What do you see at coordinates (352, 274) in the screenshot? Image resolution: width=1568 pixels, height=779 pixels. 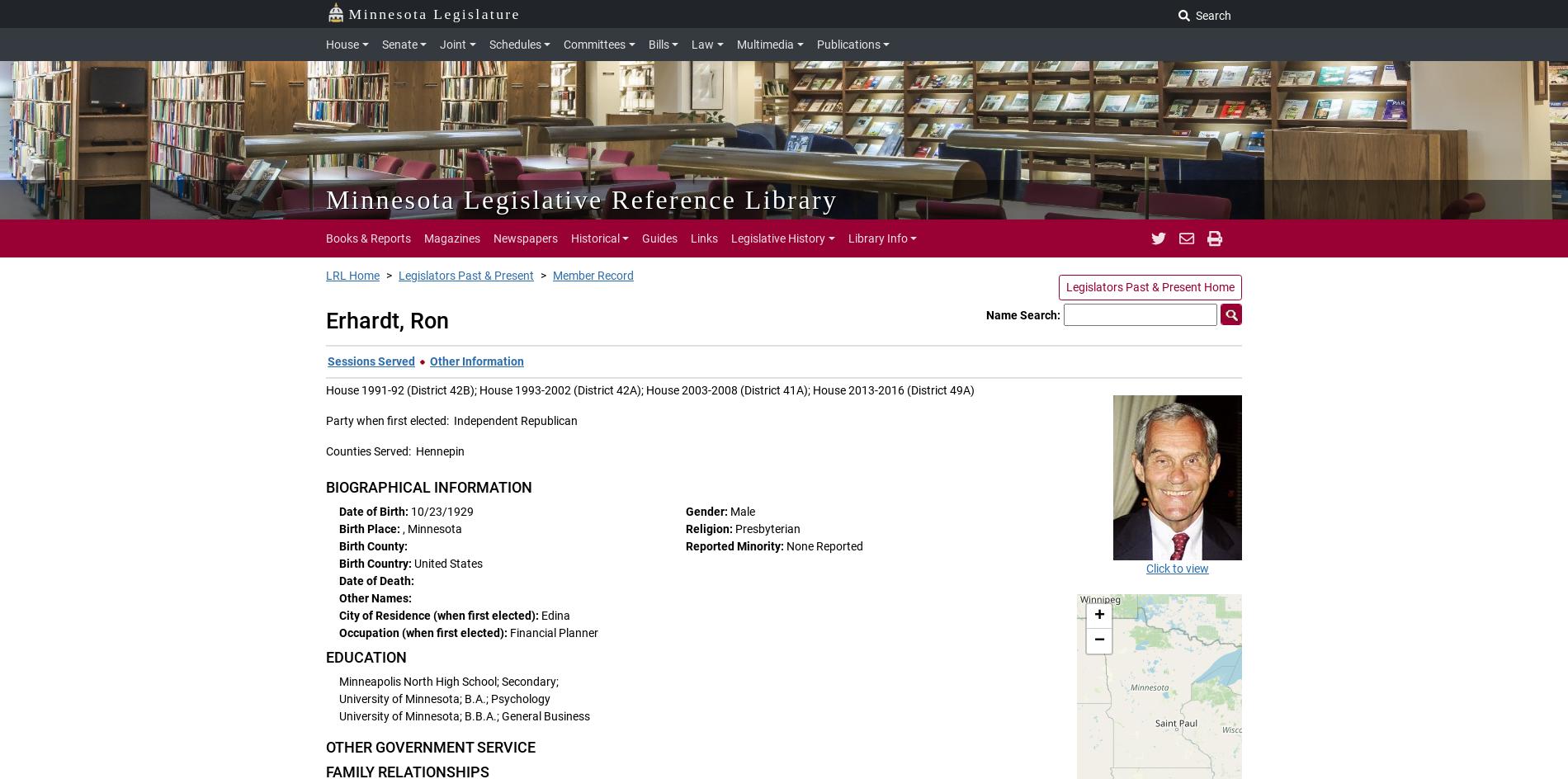 I see `'LRL Home'` at bounding box center [352, 274].